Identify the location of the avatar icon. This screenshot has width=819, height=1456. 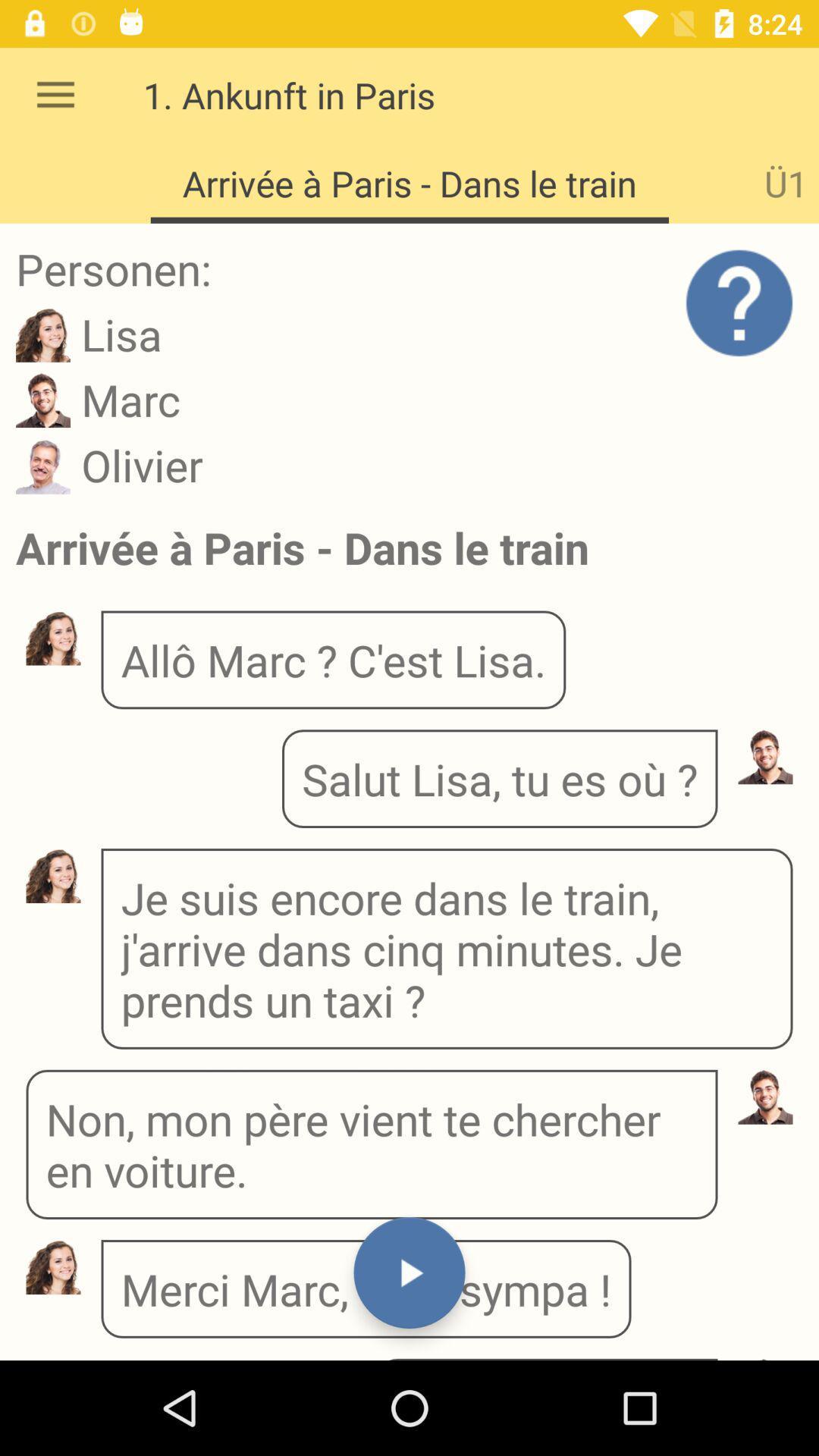
(52, 638).